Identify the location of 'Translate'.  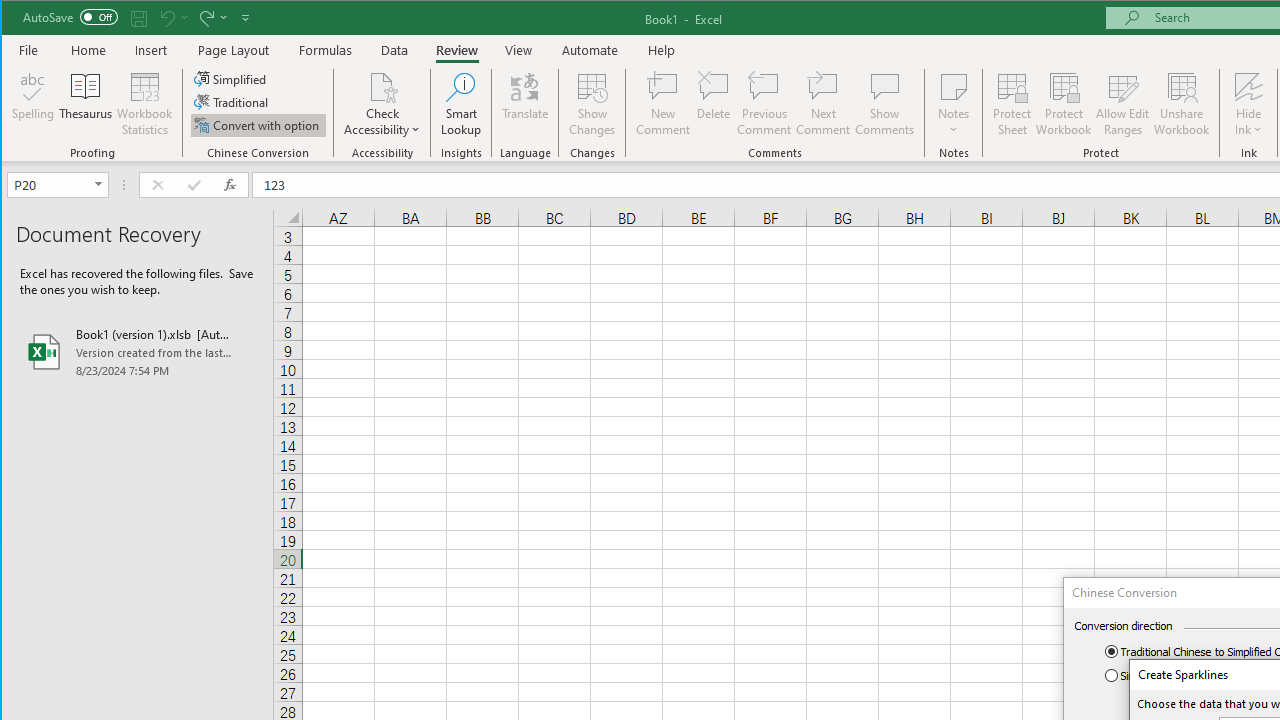
(525, 104).